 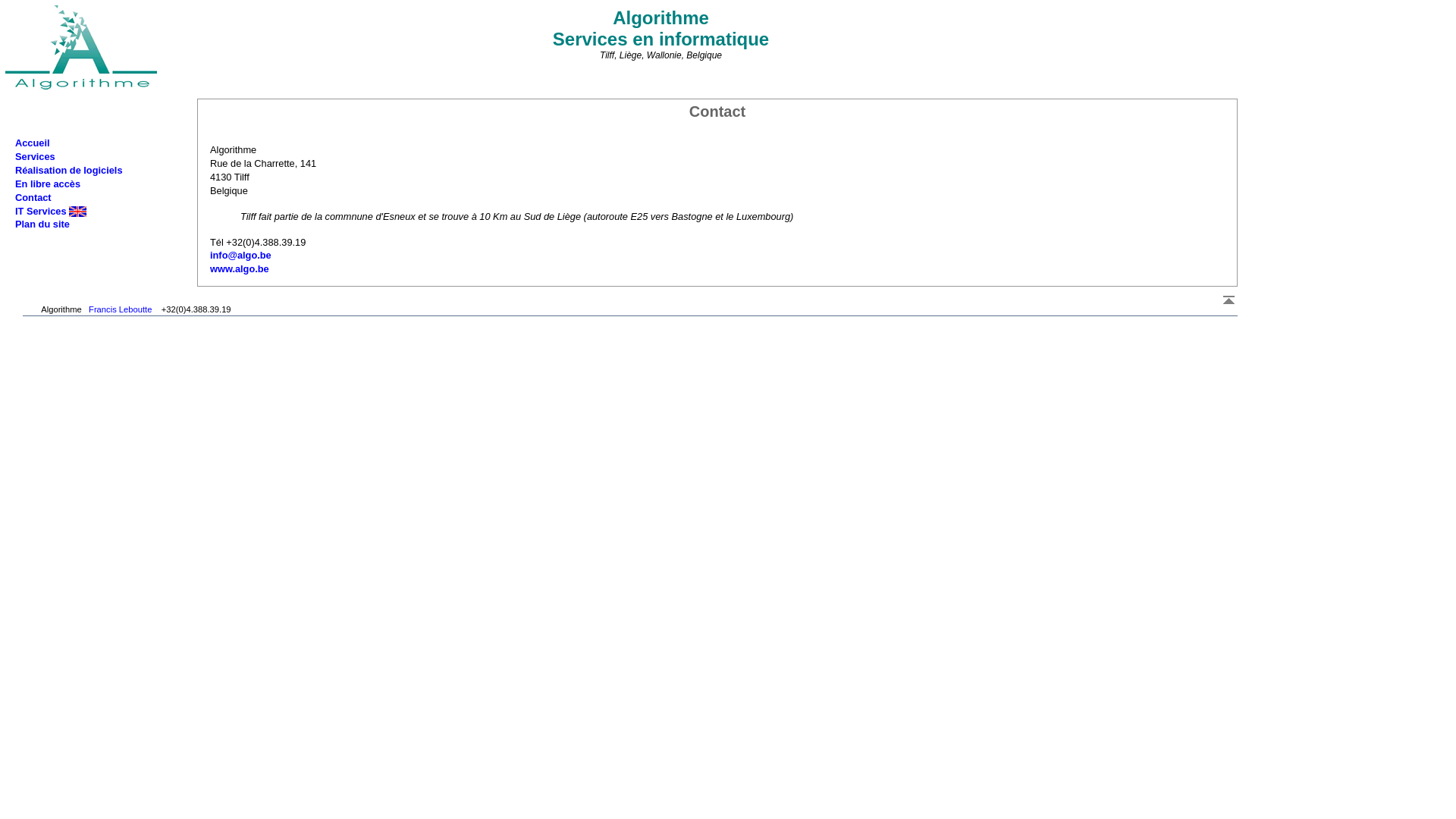 What do you see at coordinates (51, 211) in the screenshot?
I see `'IT Services '` at bounding box center [51, 211].